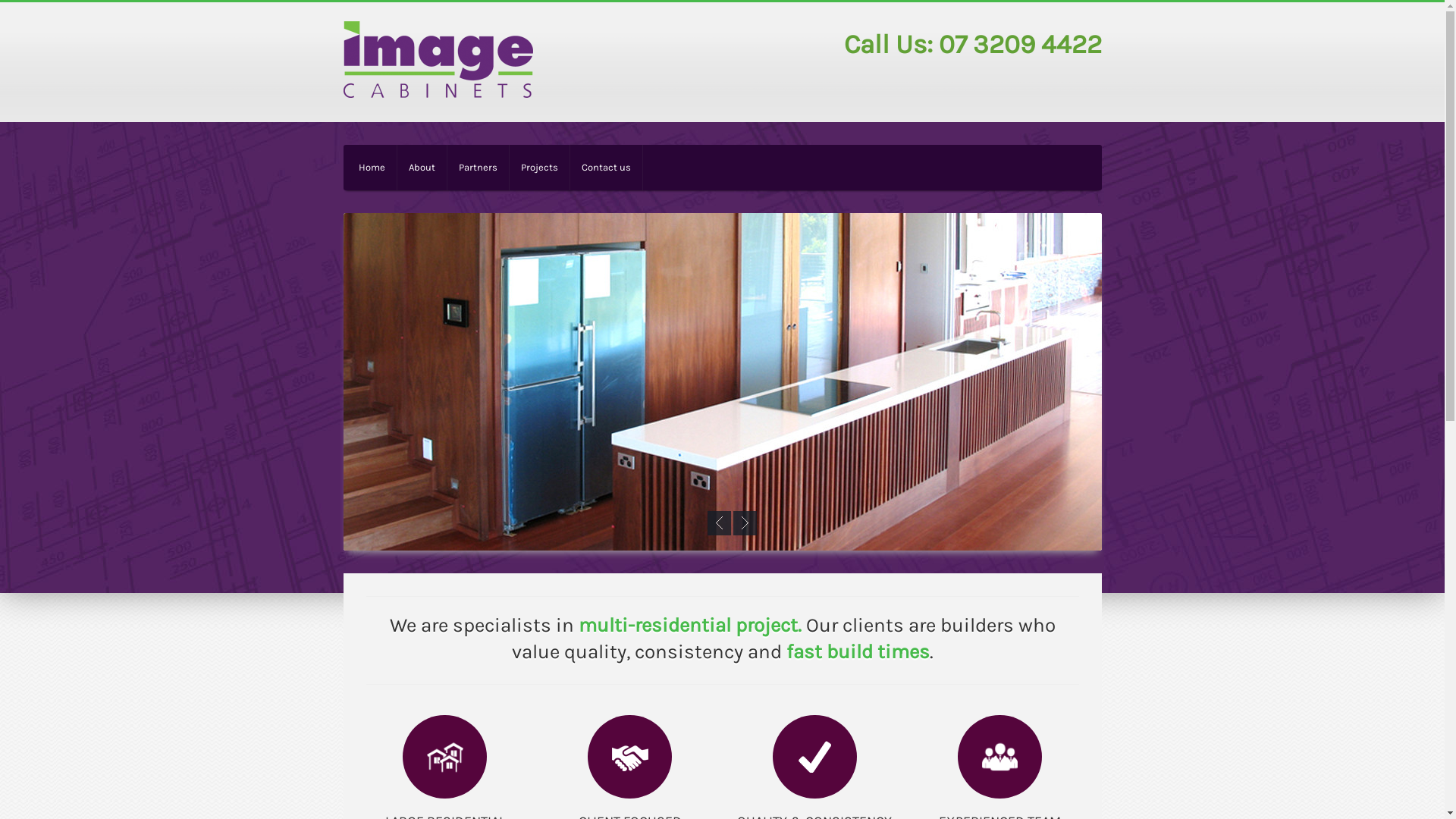  Describe the element at coordinates (744, 522) in the screenshot. I see `'Next'` at that location.